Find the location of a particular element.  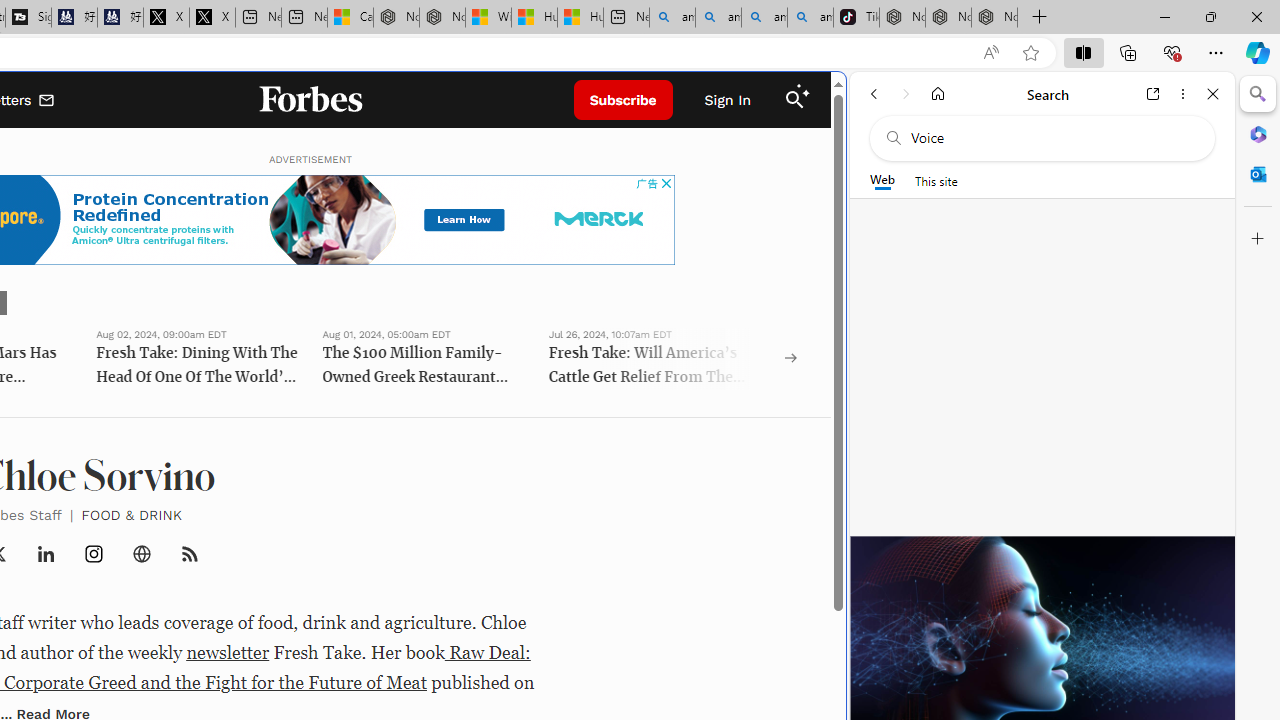

'FOOD & DRINK' is located at coordinates (130, 514).